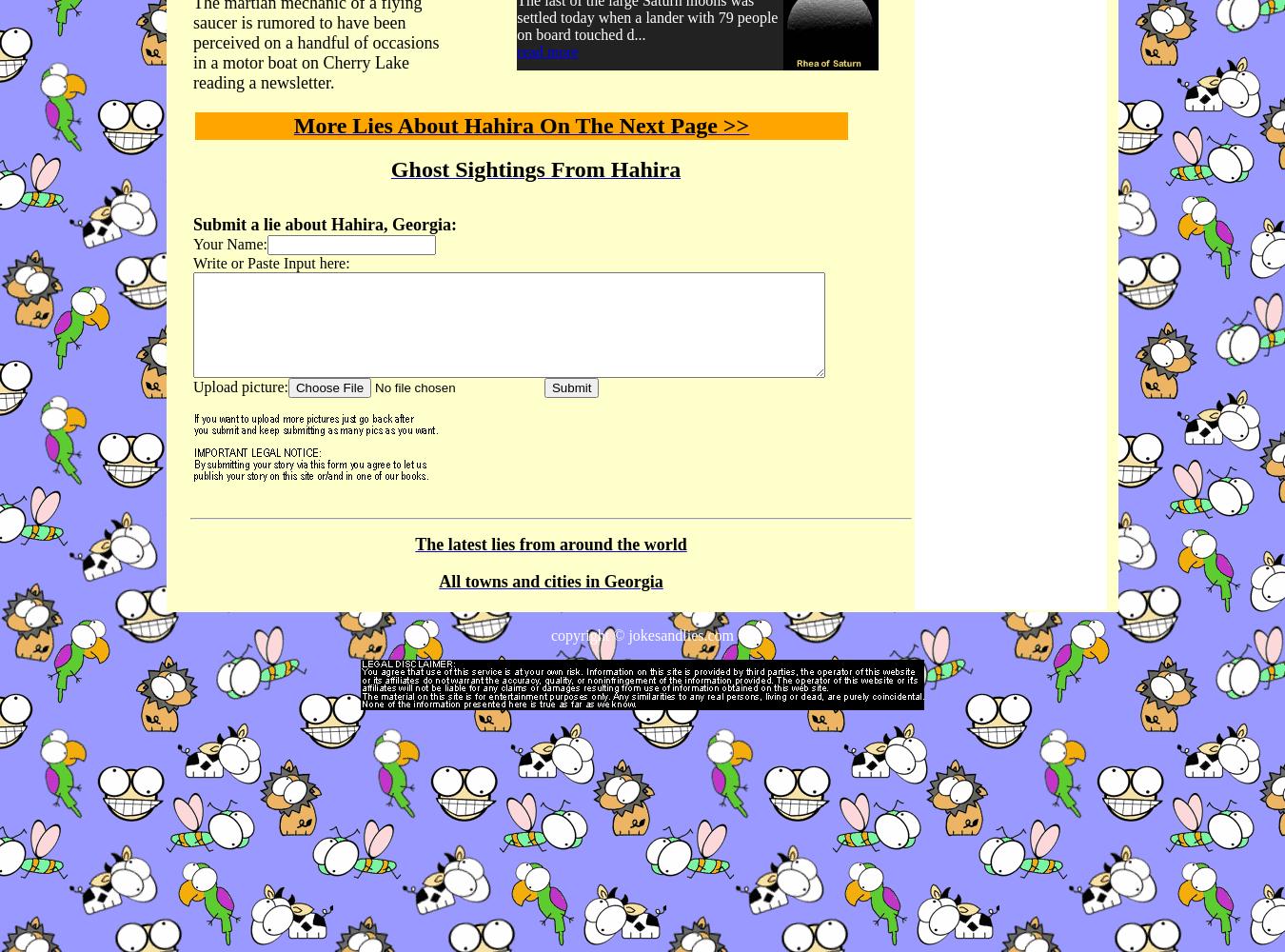 This screenshot has width=1285, height=952. What do you see at coordinates (546, 51) in the screenshot?
I see `'read more'` at bounding box center [546, 51].